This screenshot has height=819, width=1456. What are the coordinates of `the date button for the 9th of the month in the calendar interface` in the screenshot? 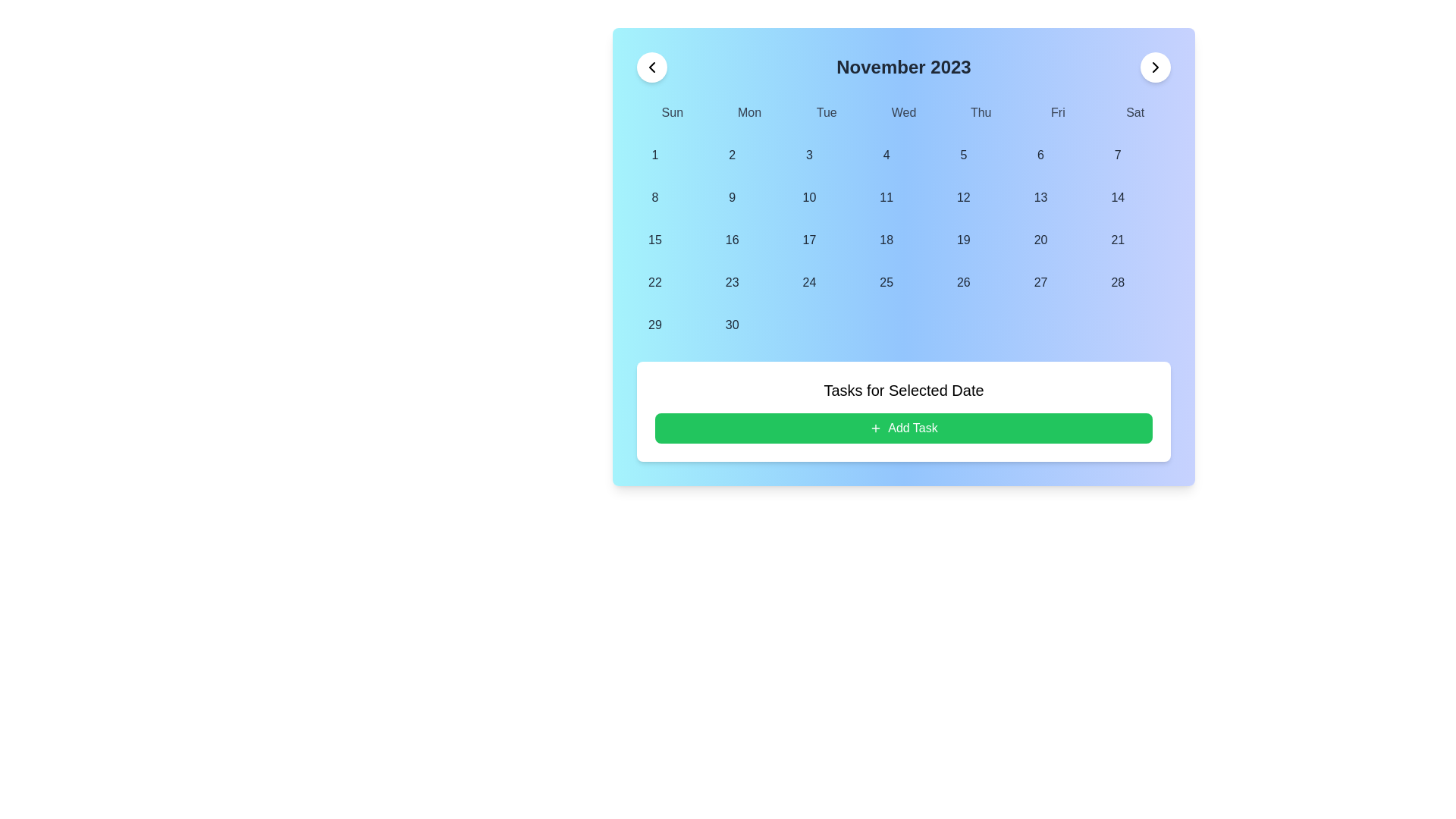 It's located at (732, 197).